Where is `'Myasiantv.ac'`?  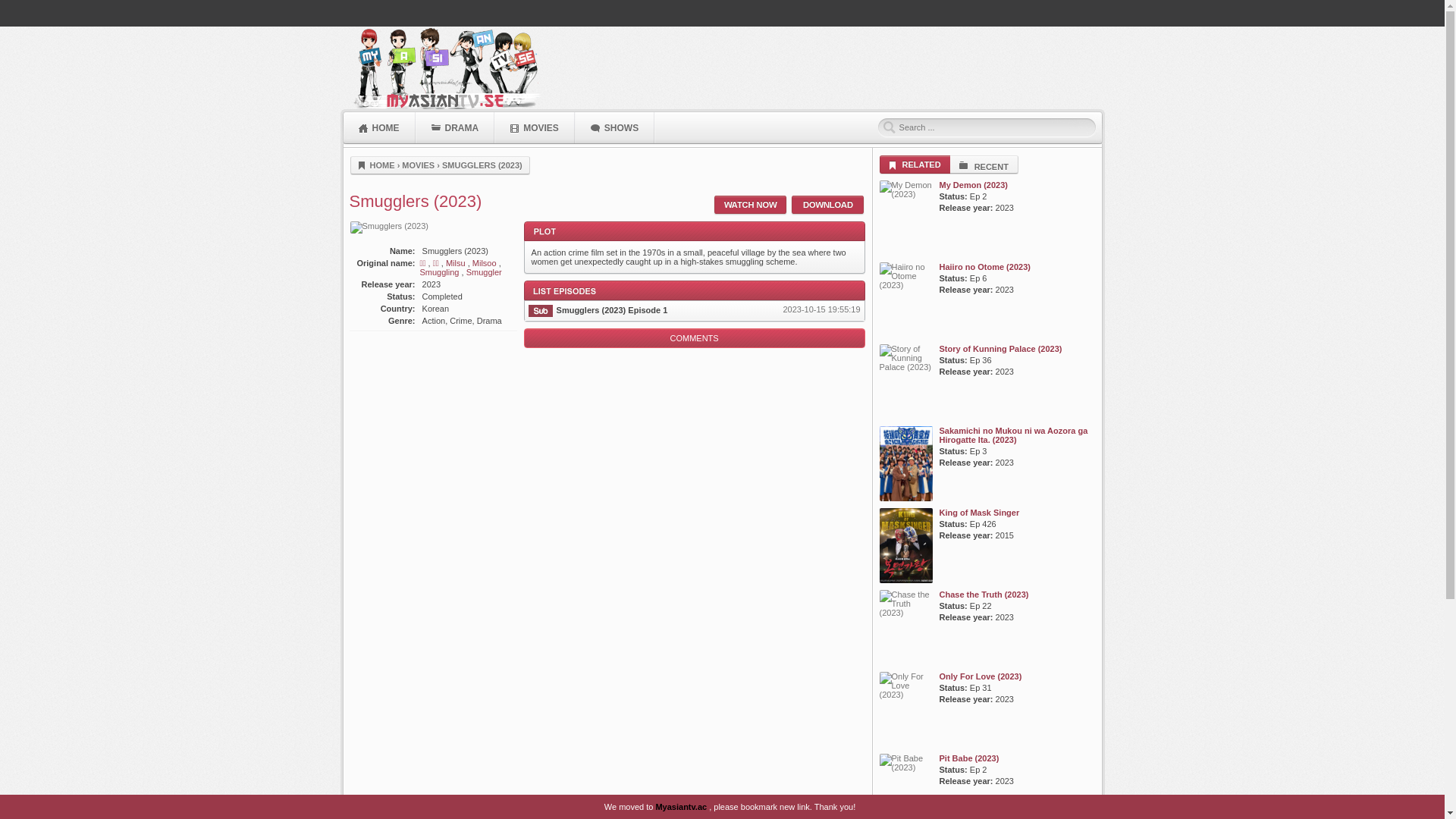
'Myasiantv.ac' is located at coordinates (679, 806).